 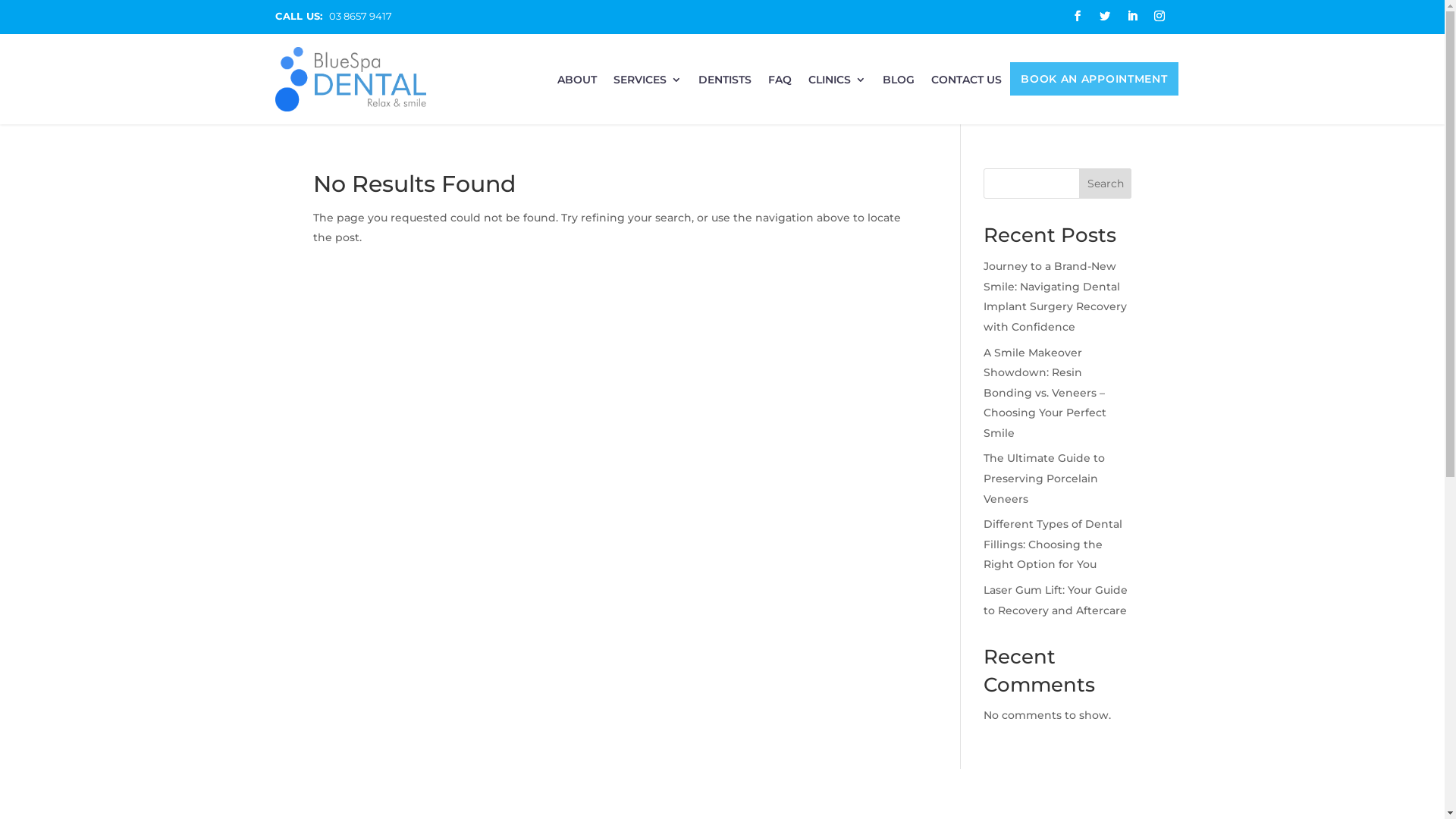 I want to click on 'Search', so click(x=1078, y=183).